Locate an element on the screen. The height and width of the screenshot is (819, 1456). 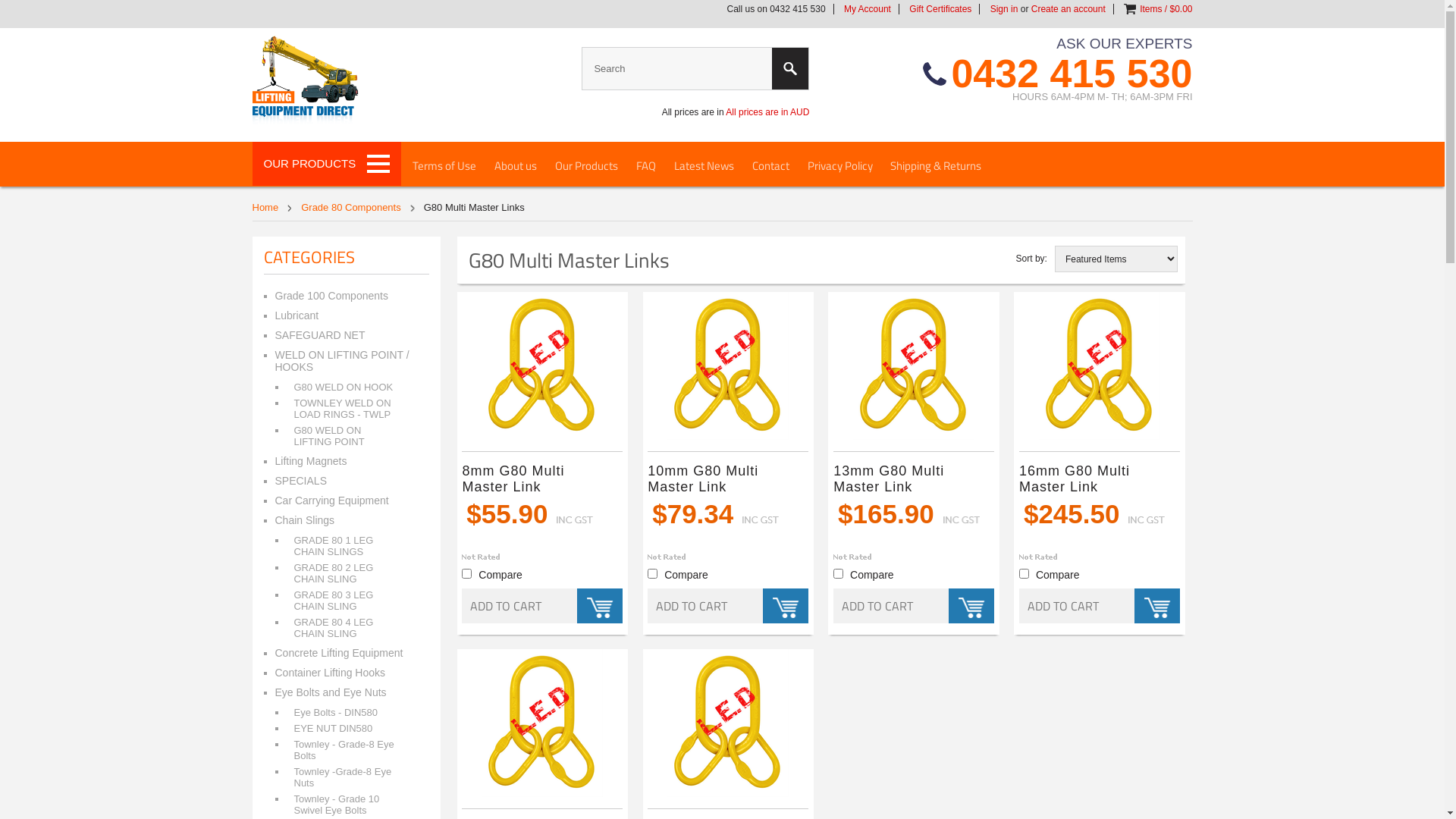
'Gift Certificates' is located at coordinates (939, 8).